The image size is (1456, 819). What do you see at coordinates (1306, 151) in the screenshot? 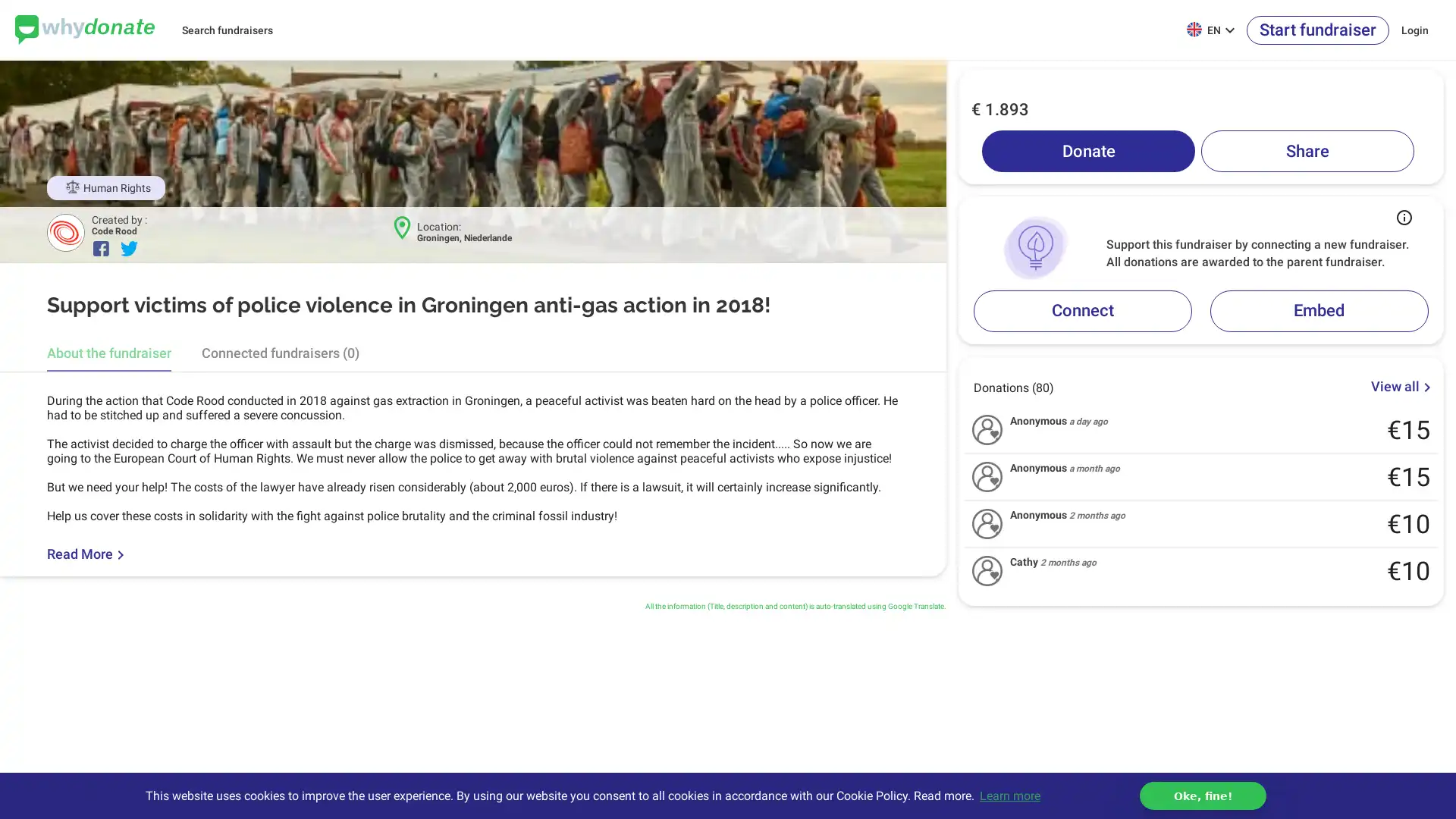
I see `Share` at bounding box center [1306, 151].